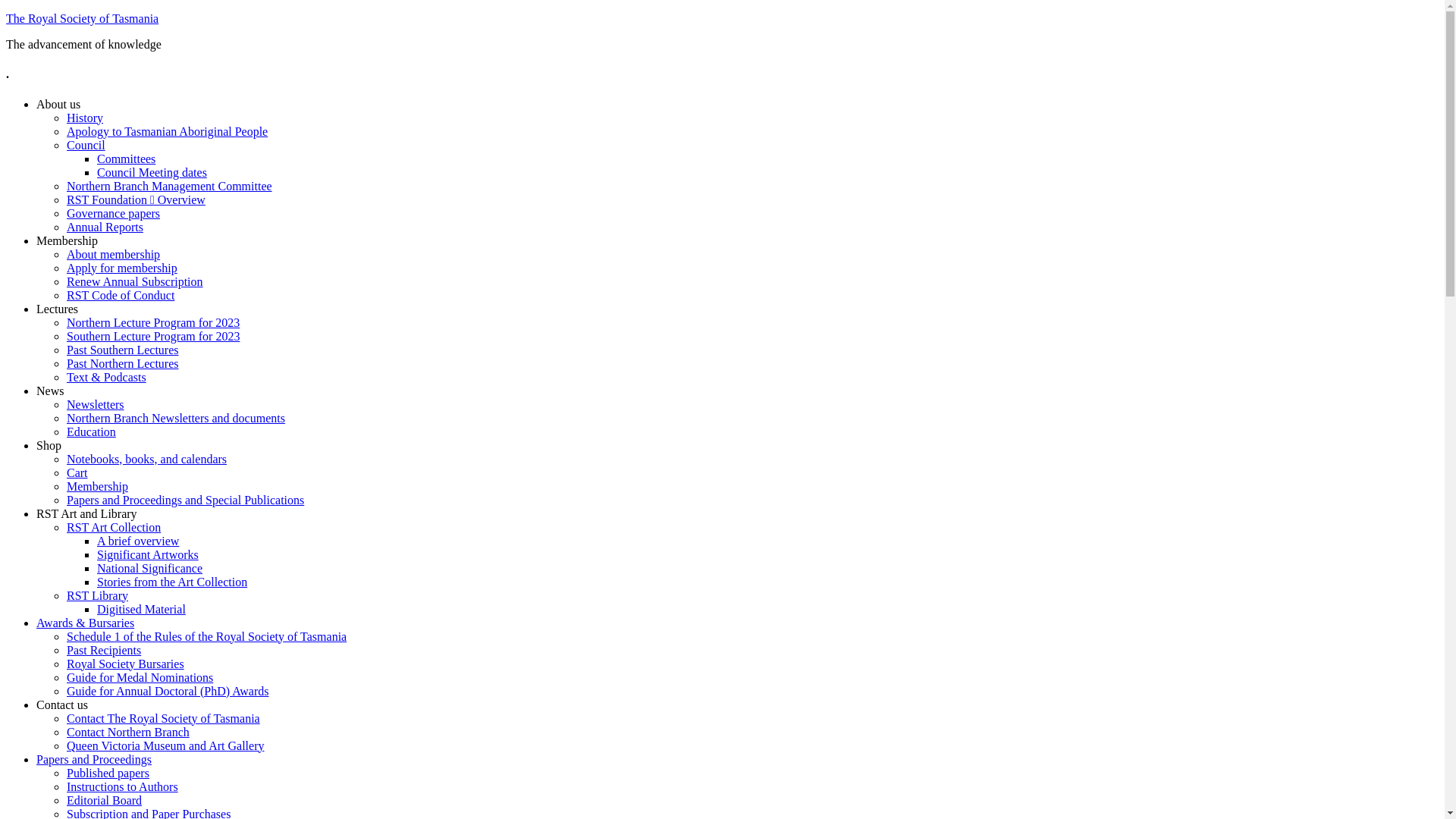 This screenshot has height=819, width=1456. Describe the element at coordinates (50, 390) in the screenshot. I see `'News'` at that location.